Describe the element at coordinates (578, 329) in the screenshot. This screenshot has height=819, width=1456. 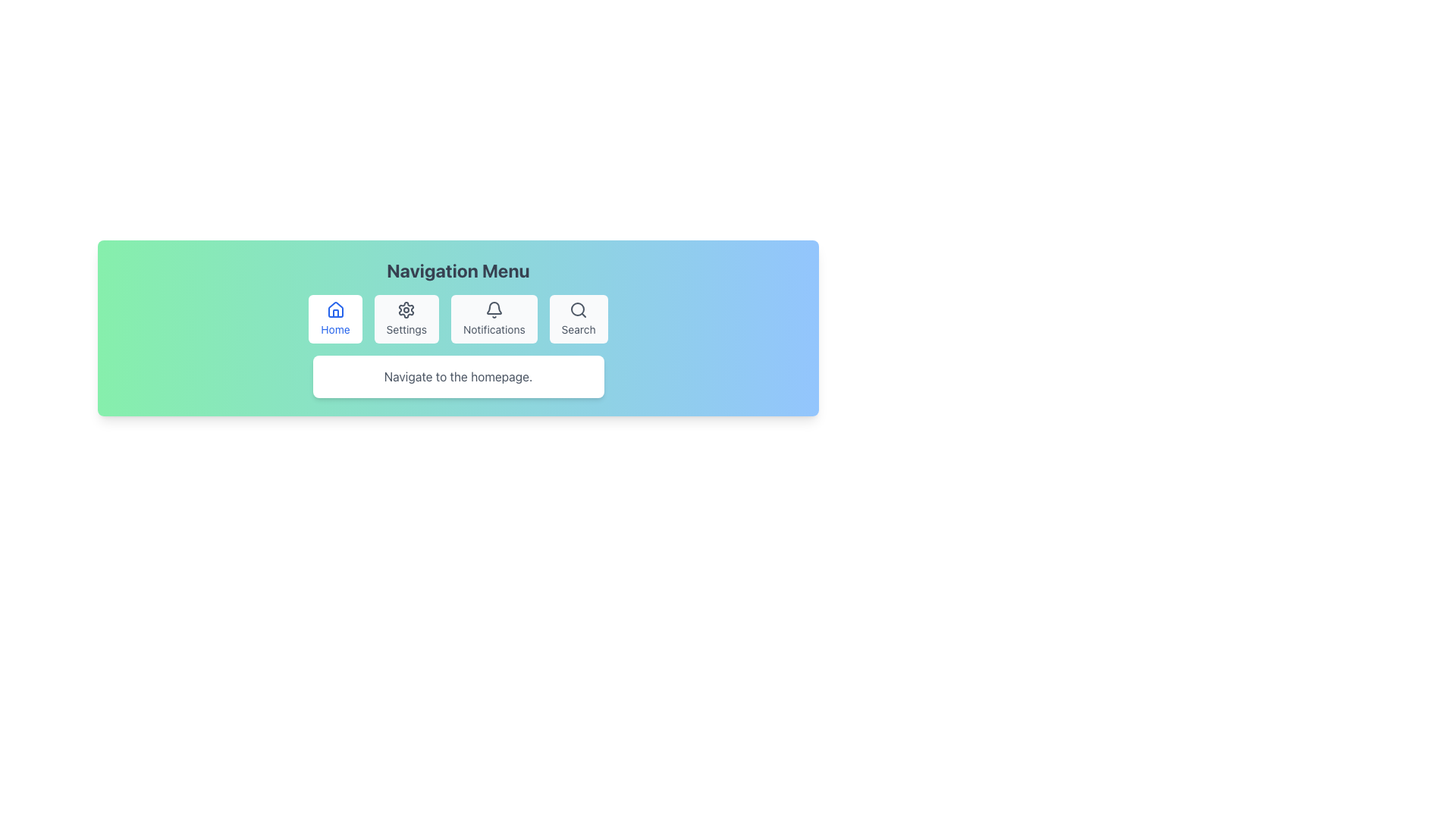
I see `text label located at the bottom part of the rounded rectangle search button, which is the fourth option from the left in the horizontal navigation menu` at that location.